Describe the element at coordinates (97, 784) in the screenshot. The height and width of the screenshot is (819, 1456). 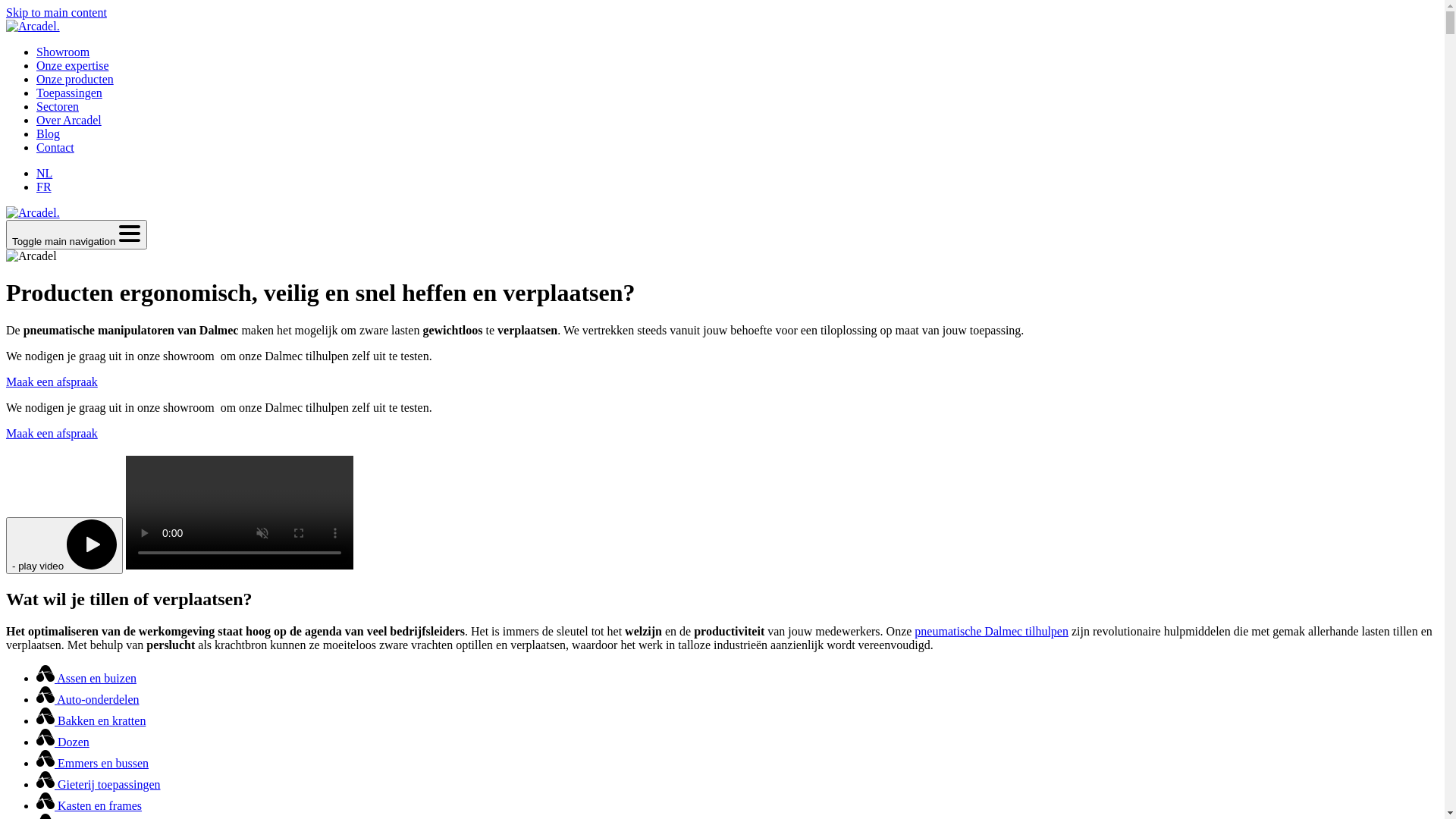
I see `'Gieterij toepassingen'` at that location.